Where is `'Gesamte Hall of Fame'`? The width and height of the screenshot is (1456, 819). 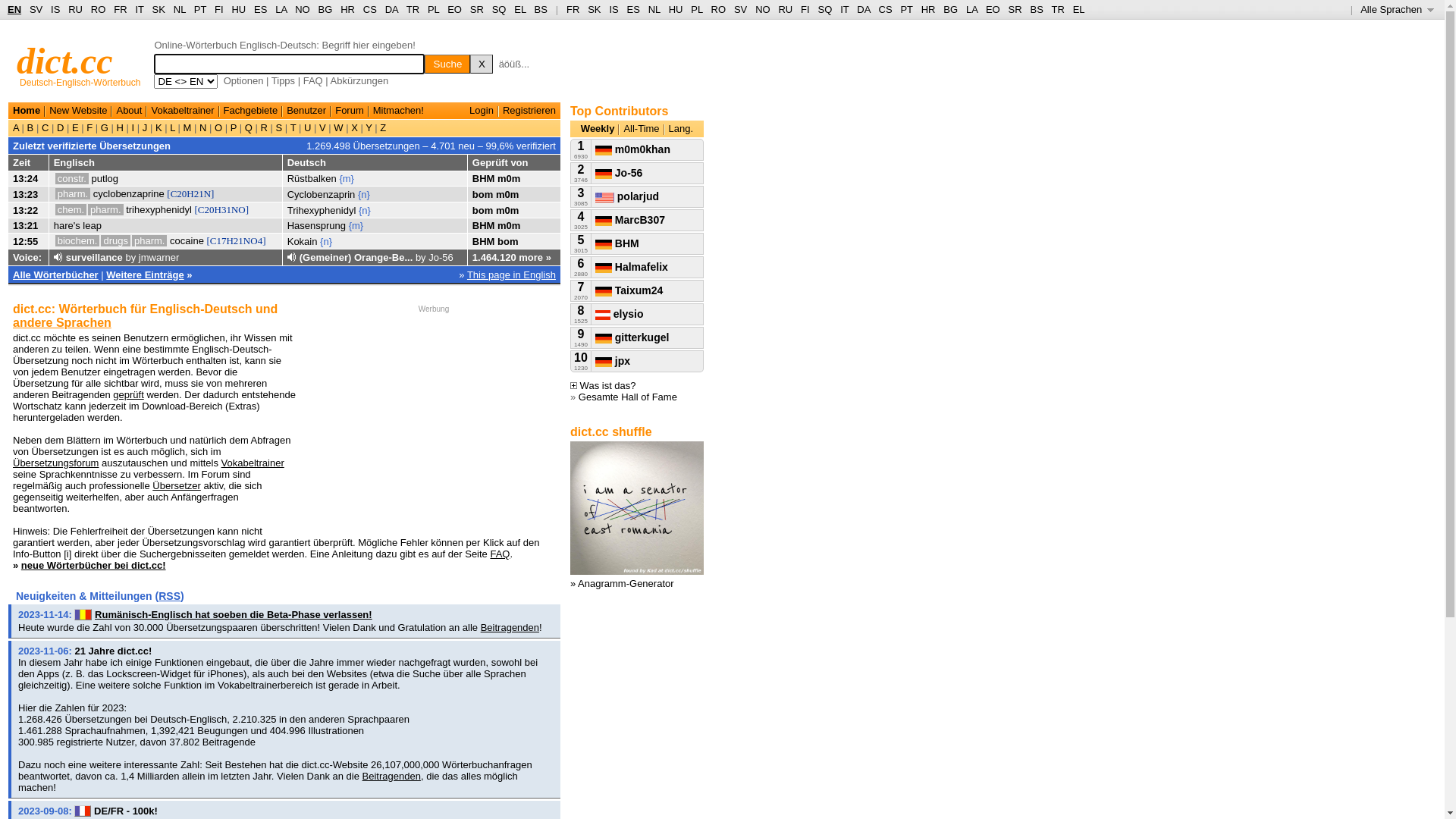
'Gesamte Hall of Fame' is located at coordinates (628, 396).